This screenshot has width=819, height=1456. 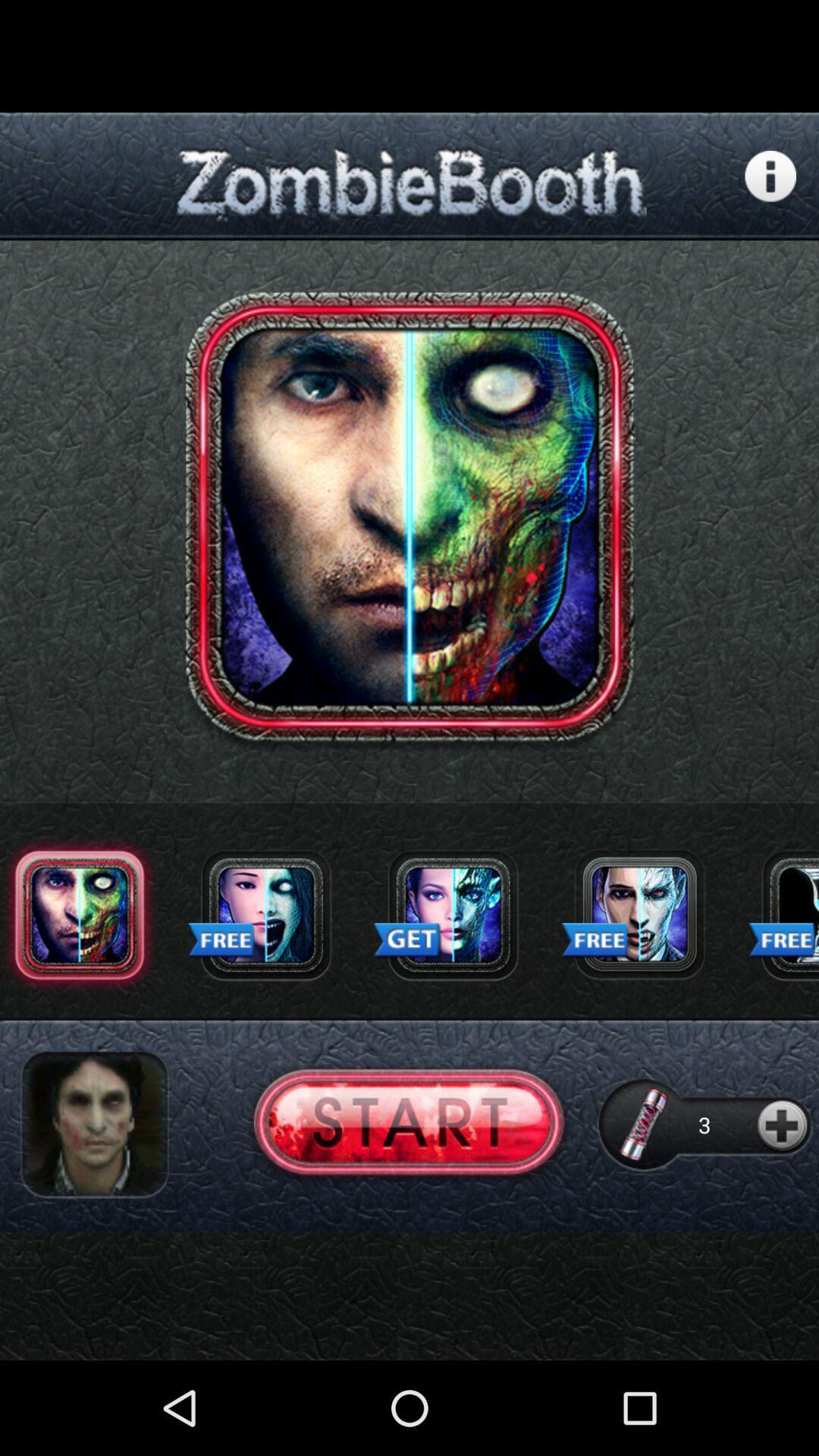 I want to click on the info icon, so click(x=770, y=187).